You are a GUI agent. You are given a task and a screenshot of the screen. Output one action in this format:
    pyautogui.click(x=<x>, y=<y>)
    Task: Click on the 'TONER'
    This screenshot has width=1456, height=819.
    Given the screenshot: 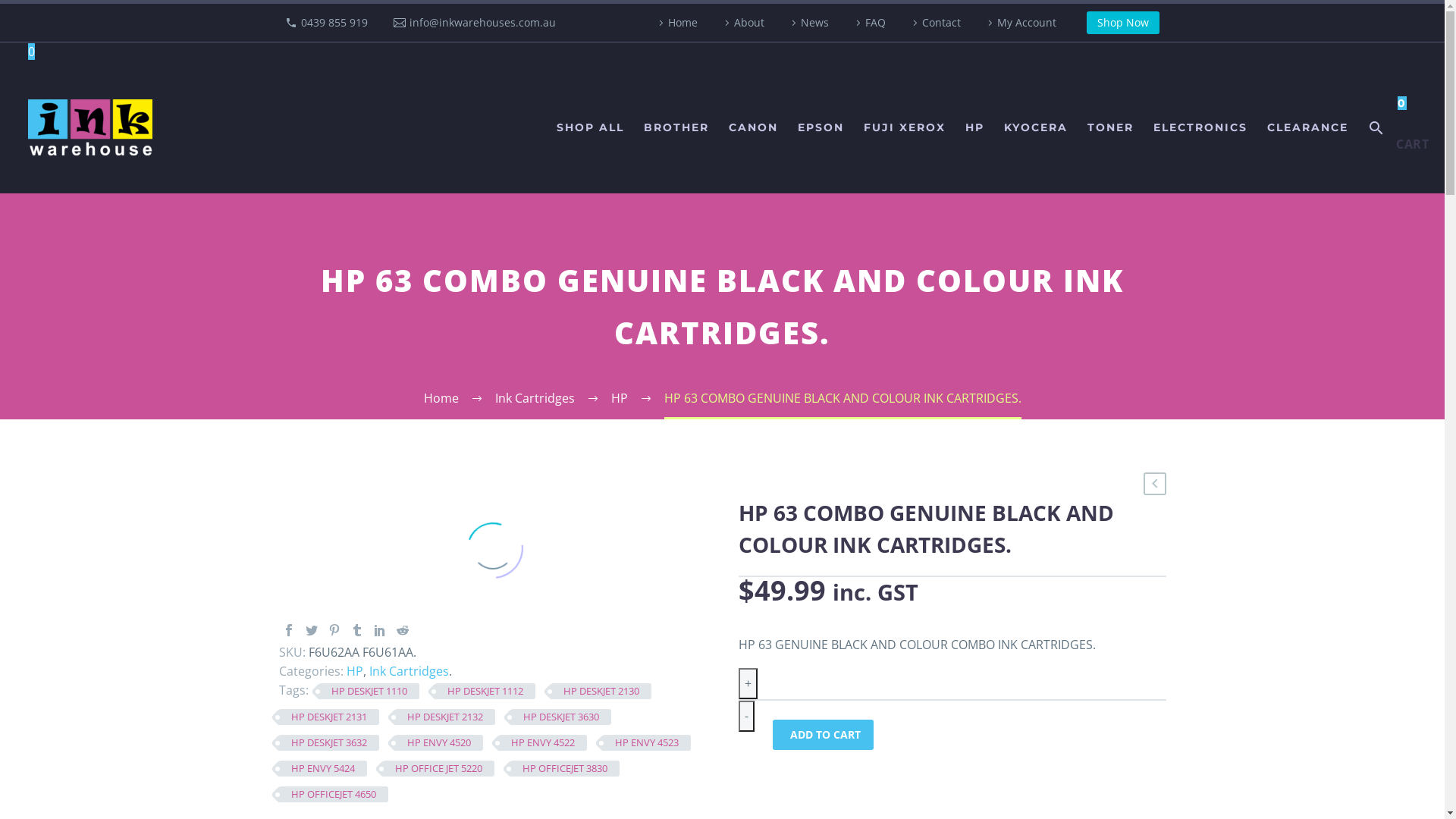 What is the action you would take?
    pyautogui.click(x=1110, y=127)
    